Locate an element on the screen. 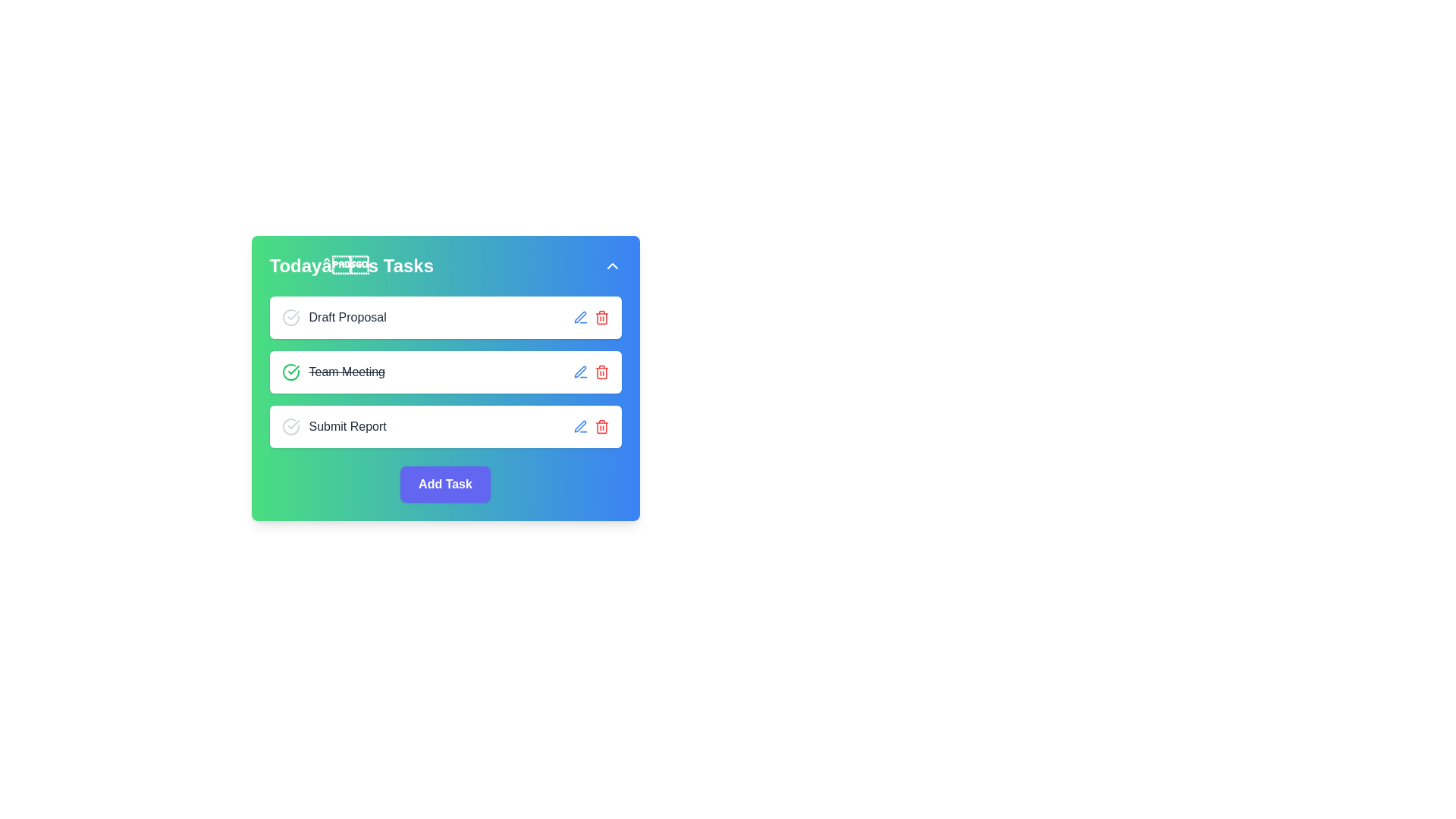 This screenshot has width=1456, height=819. the Collapse/Expand icon (Chevron) located on the far right within the header bar of the 'Today's Tasks' card is located at coordinates (612, 265).